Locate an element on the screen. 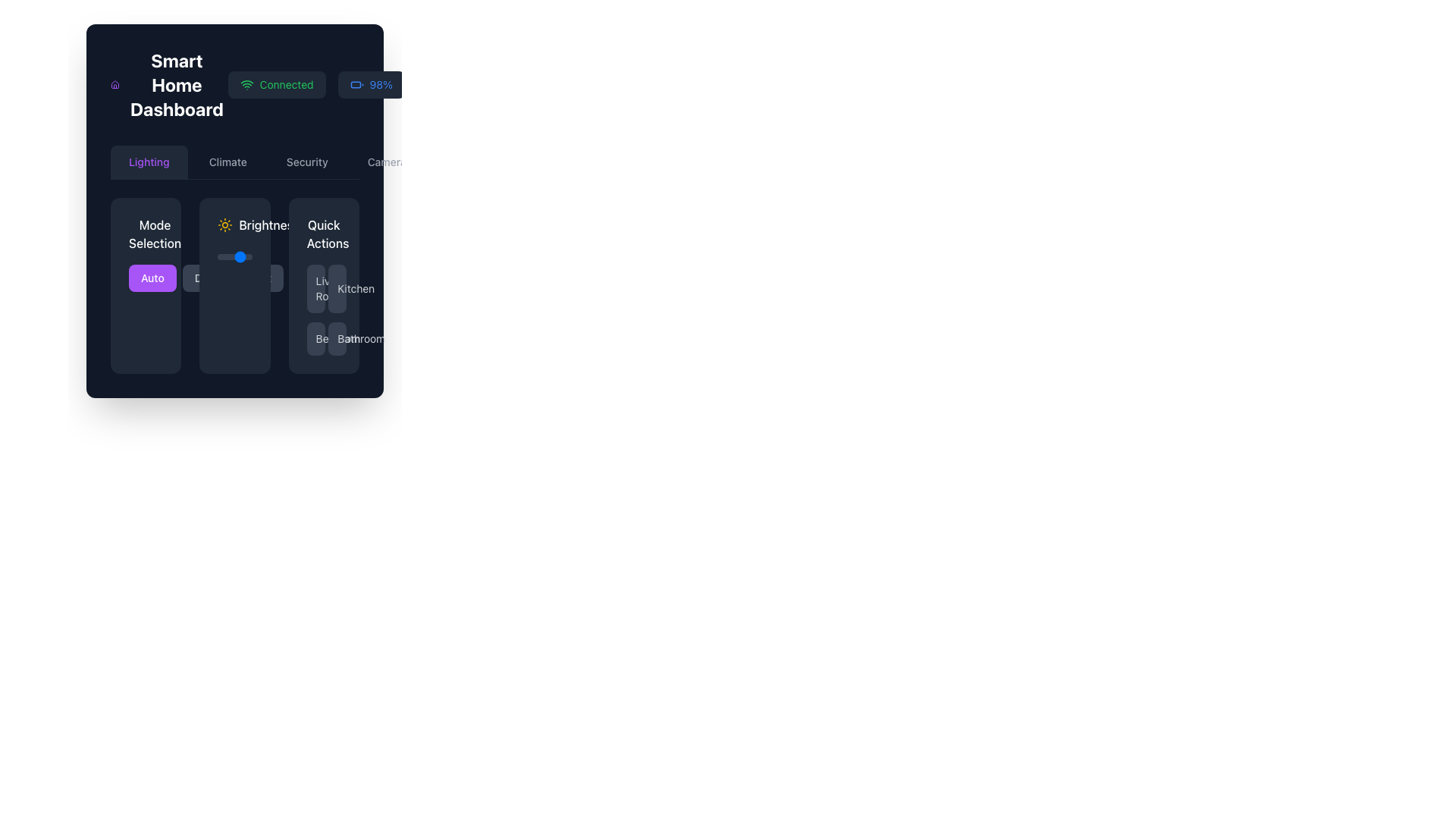 This screenshot has height=819, width=1456. the Kitchen button located in the upper-right cell of the 2x2 grid layout beneath the 'Quick Actions' label is located at coordinates (337, 289).